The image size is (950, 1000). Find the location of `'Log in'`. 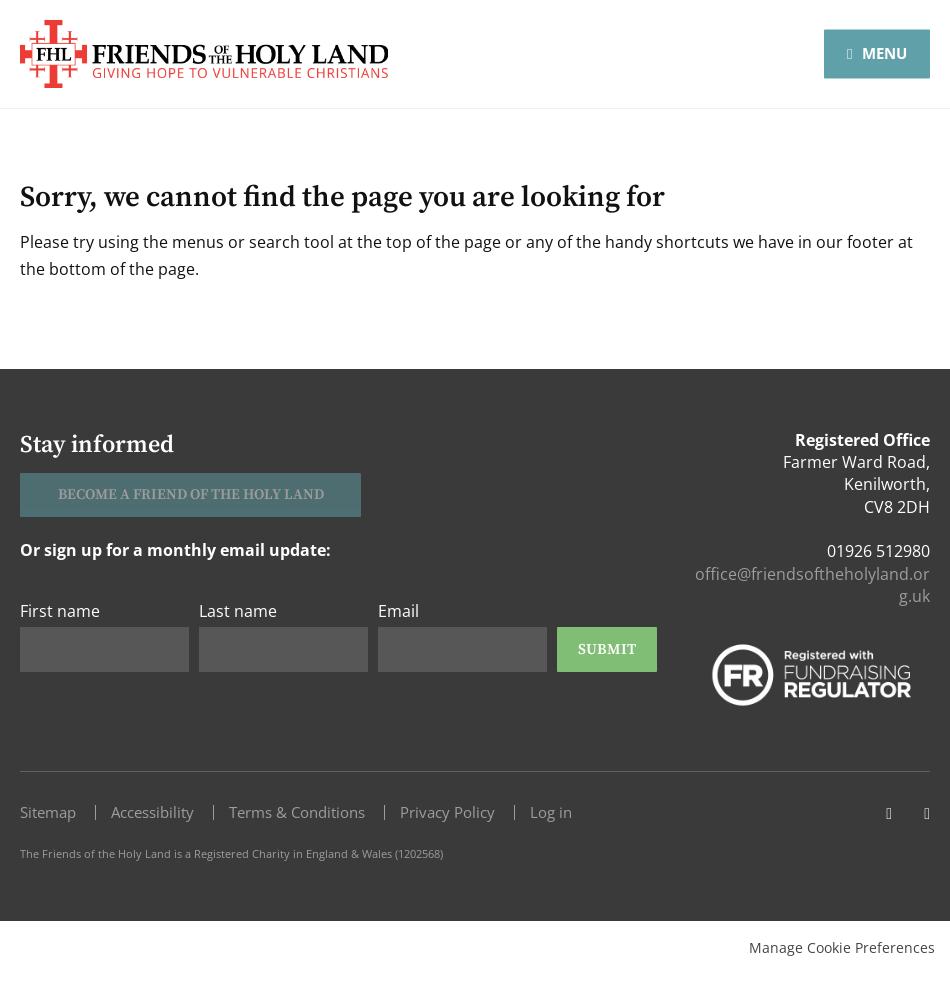

'Log in' is located at coordinates (551, 811).